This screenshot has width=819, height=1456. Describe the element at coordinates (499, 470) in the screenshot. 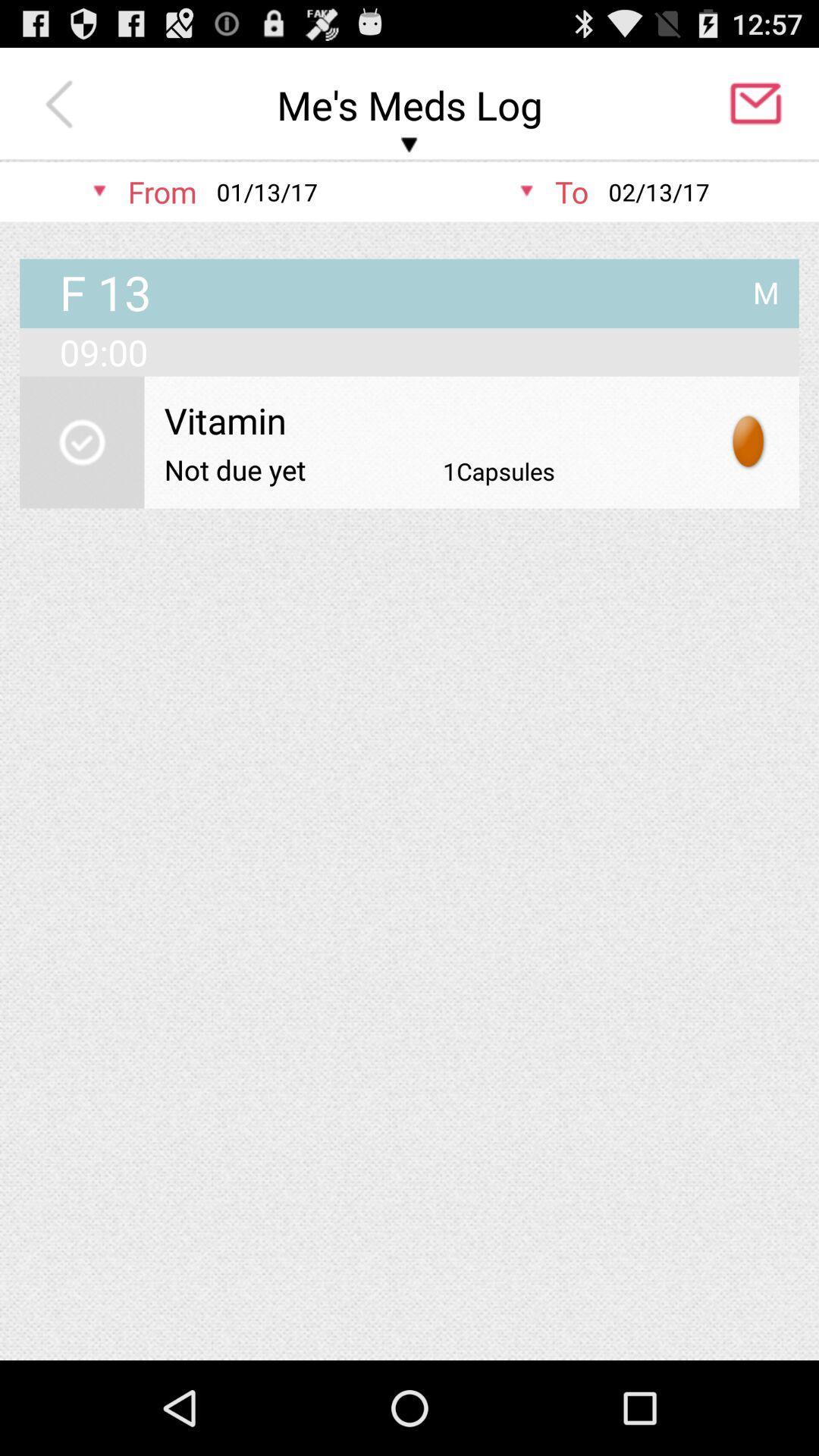

I see `1capsules app` at that location.